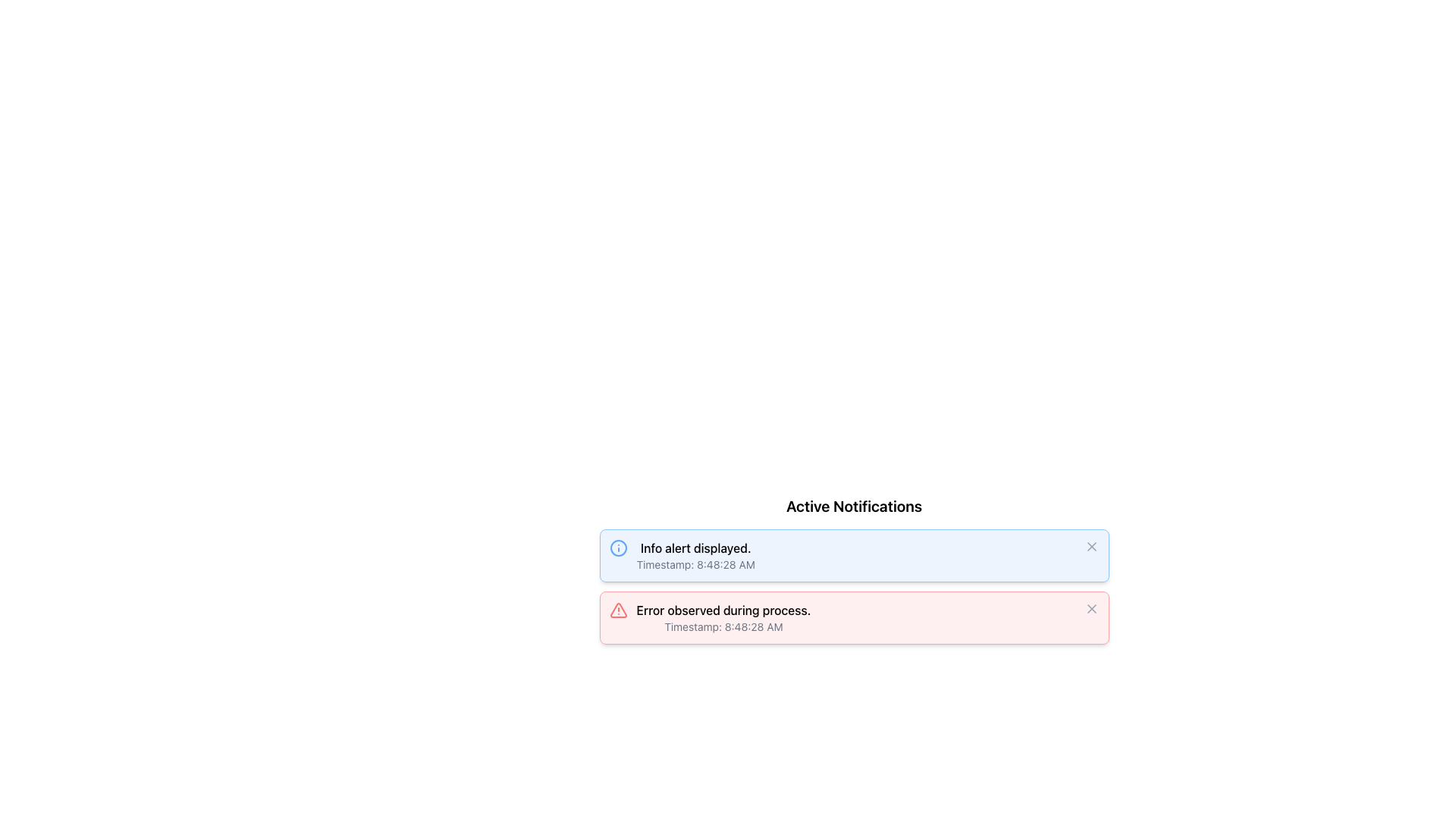  I want to click on the text label displaying 'Timestamp: 8:48:28 AM' located at the bottom of the red notification card under the header 'Error observed during process.', so click(723, 626).